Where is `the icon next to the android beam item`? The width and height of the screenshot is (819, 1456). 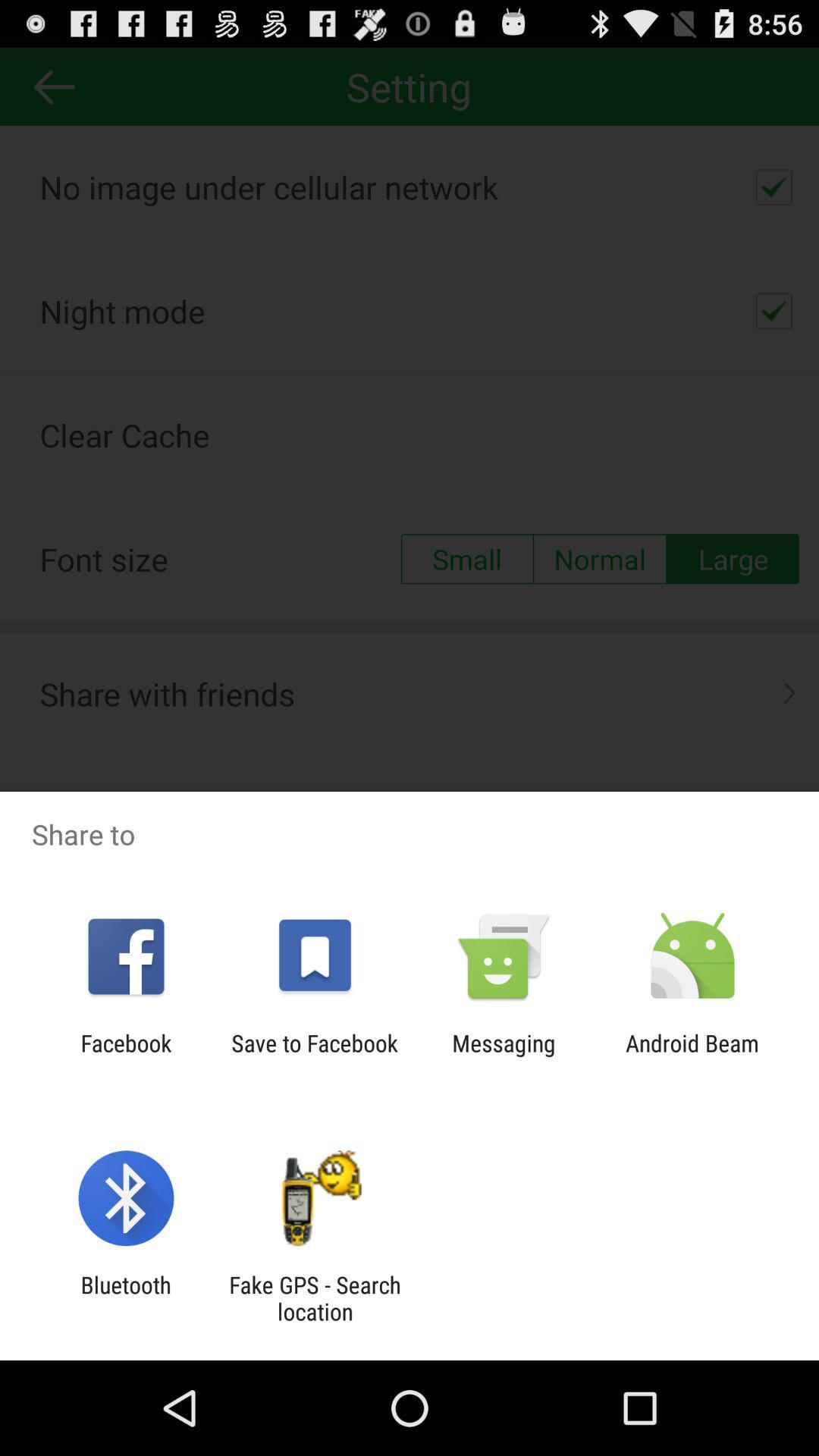
the icon next to the android beam item is located at coordinates (504, 1056).